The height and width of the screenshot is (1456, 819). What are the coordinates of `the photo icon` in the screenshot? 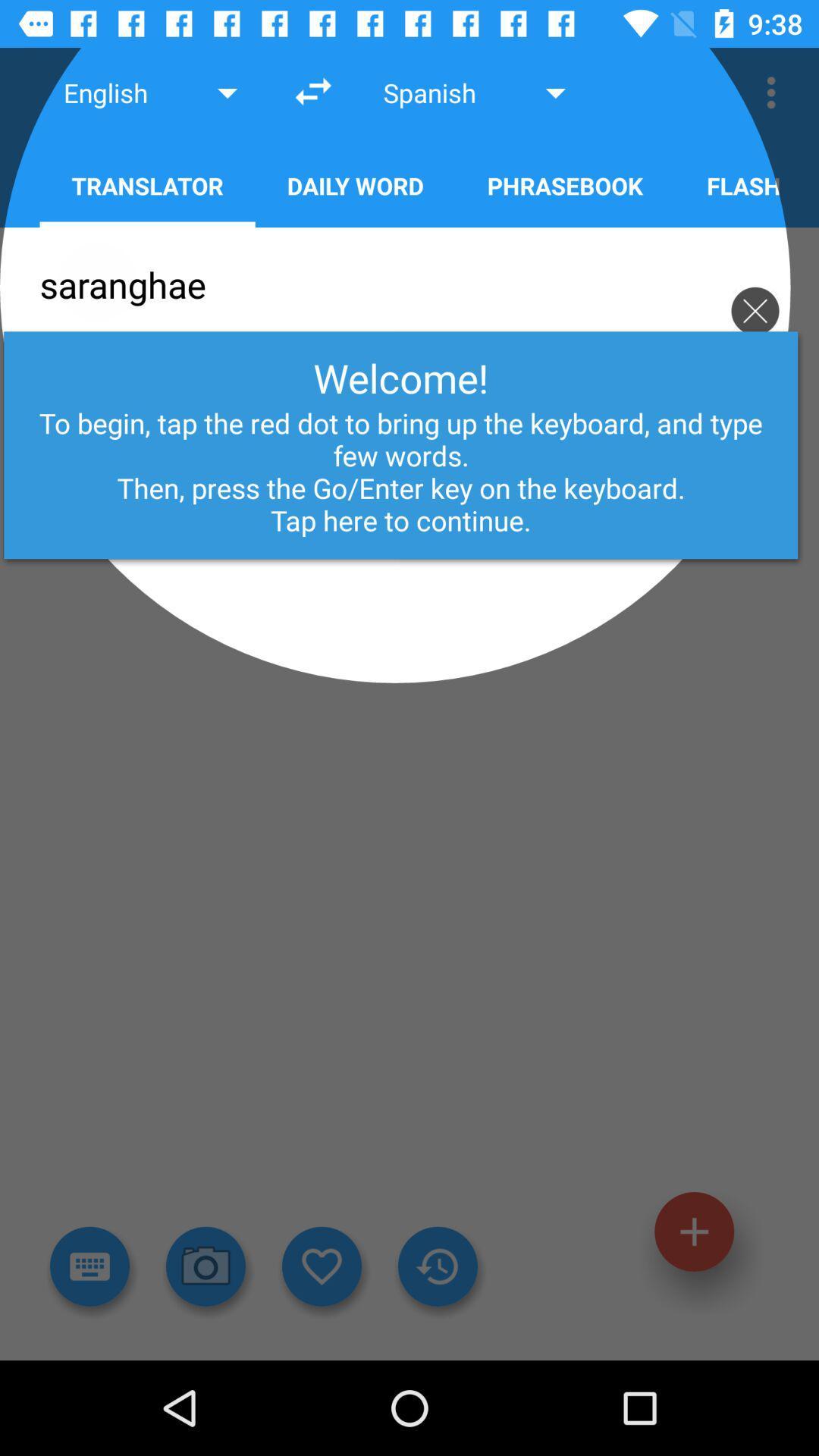 It's located at (206, 1266).